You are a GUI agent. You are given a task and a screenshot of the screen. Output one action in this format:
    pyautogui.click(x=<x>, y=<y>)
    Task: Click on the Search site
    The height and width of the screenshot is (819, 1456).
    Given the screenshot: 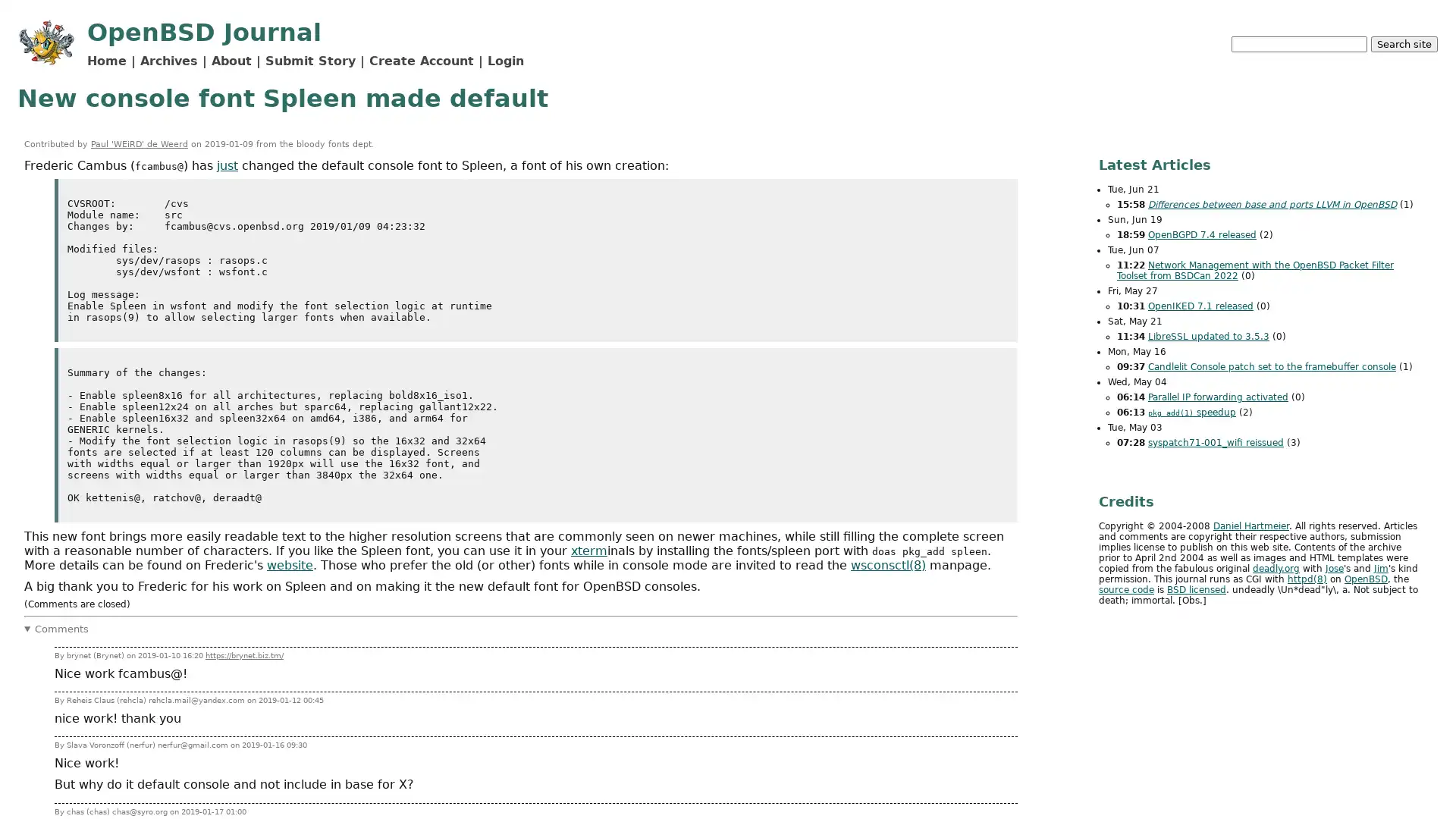 What is the action you would take?
    pyautogui.click(x=1404, y=43)
    